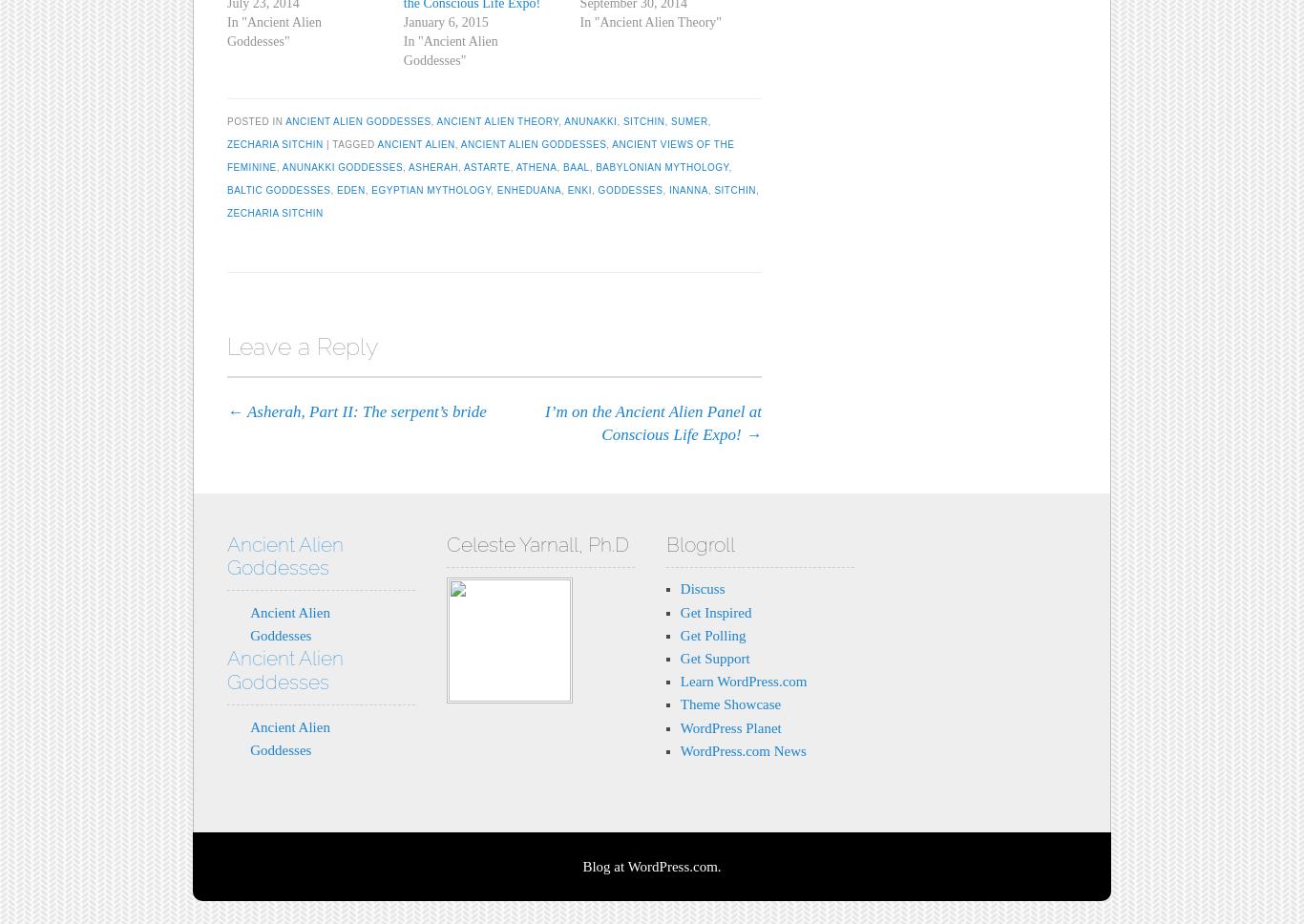 Image resolution: width=1304 pixels, height=924 pixels. Describe the element at coordinates (303, 346) in the screenshot. I see `'Leave a Reply'` at that location.